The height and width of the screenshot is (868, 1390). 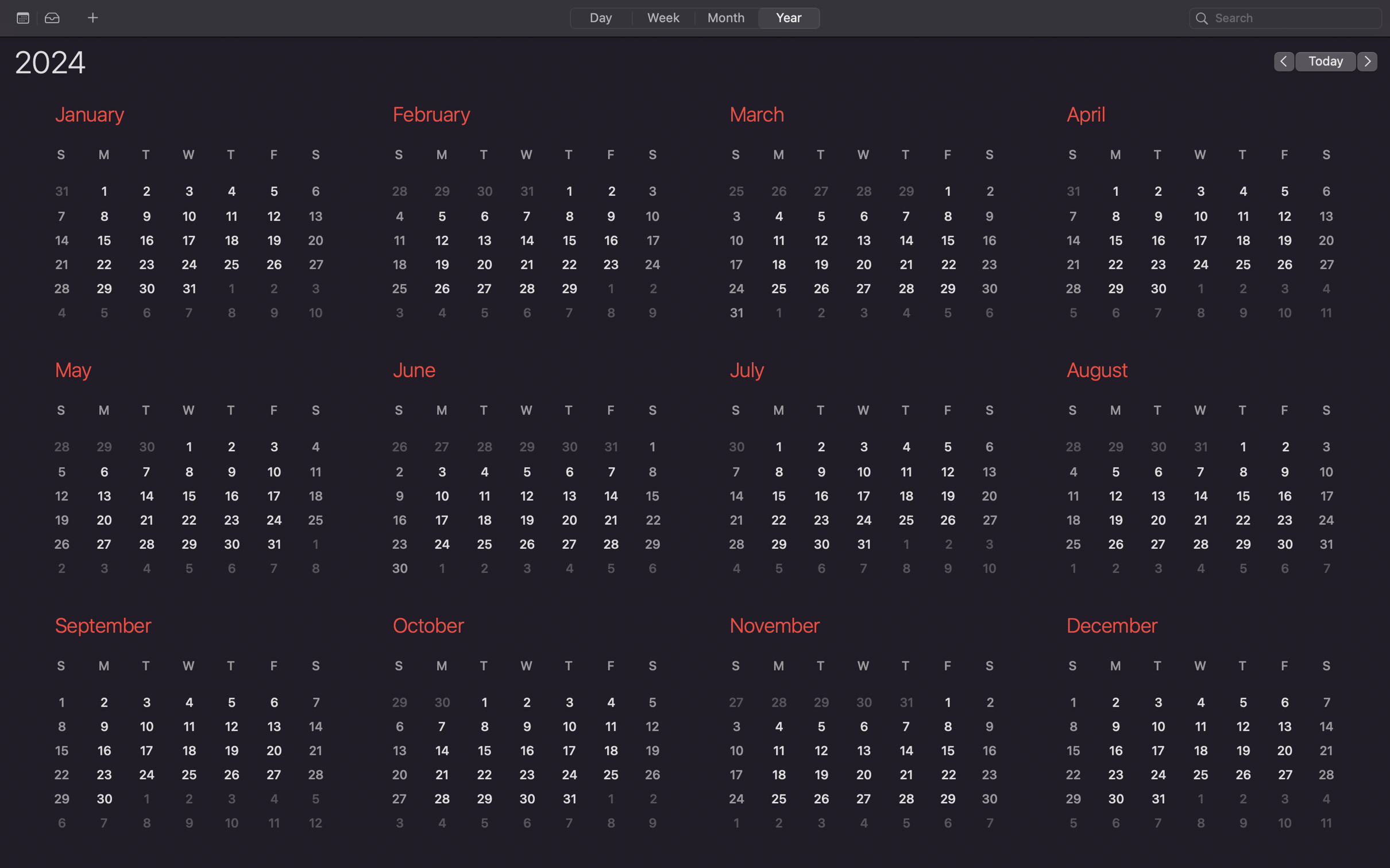 I want to click on the calendar for the month of October, so click(x=524, y=727).